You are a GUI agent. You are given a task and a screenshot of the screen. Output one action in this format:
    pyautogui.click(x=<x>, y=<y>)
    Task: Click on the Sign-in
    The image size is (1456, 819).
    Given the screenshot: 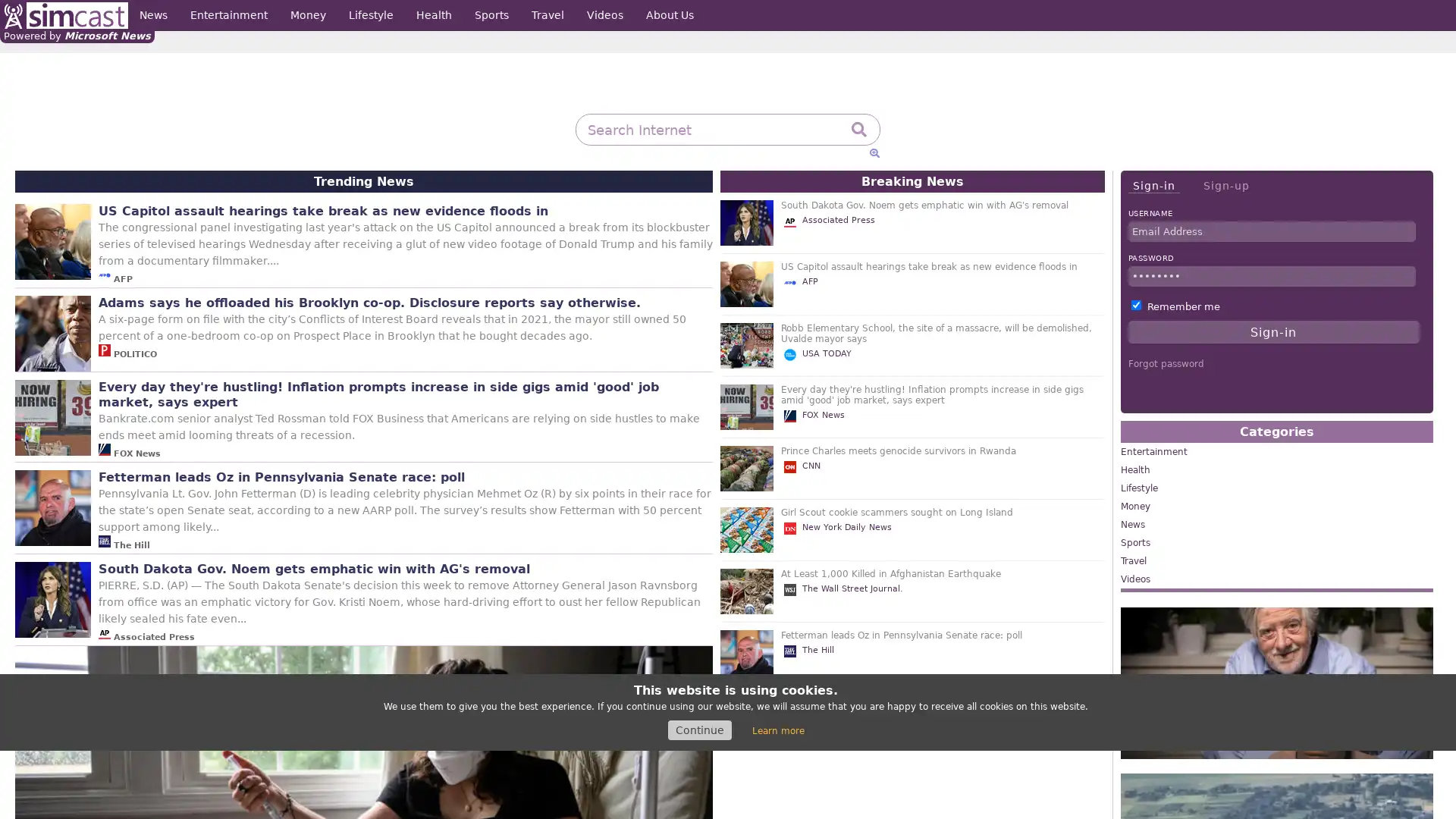 What is the action you would take?
    pyautogui.click(x=1153, y=185)
    